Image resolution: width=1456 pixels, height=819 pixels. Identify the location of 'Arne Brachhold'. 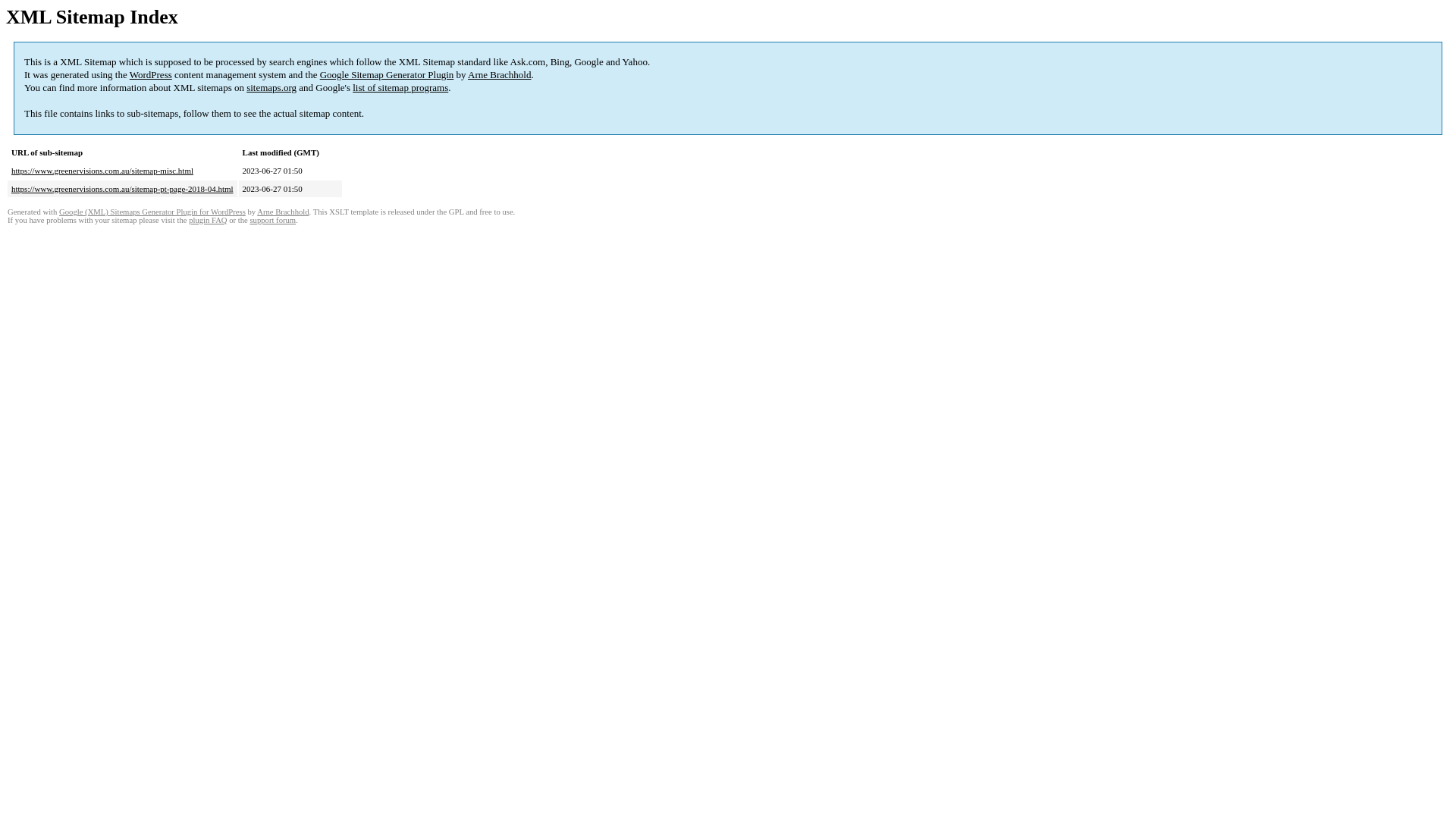
(283, 212).